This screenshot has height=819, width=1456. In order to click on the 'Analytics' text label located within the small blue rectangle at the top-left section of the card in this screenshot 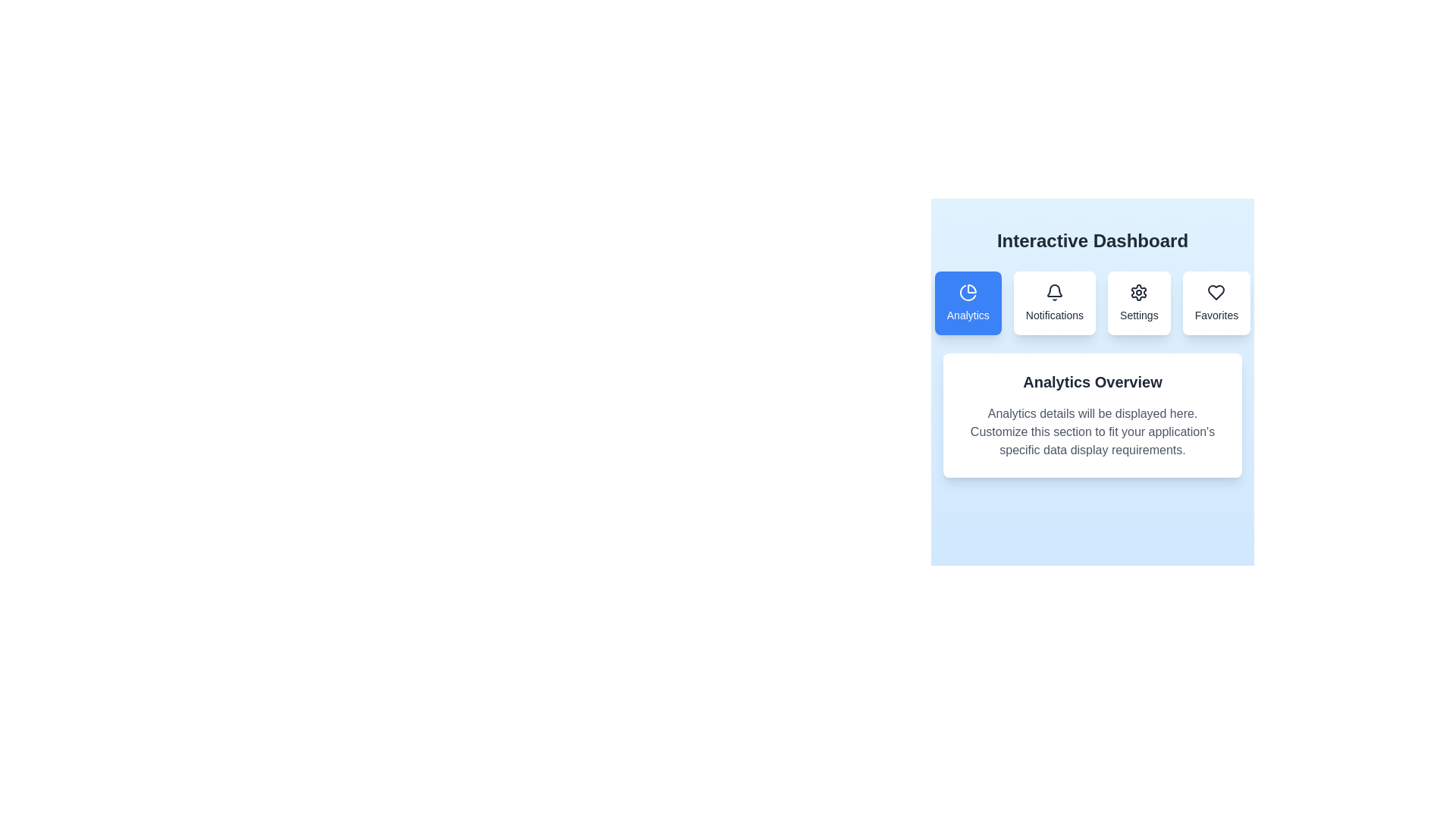, I will do `click(967, 315)`.